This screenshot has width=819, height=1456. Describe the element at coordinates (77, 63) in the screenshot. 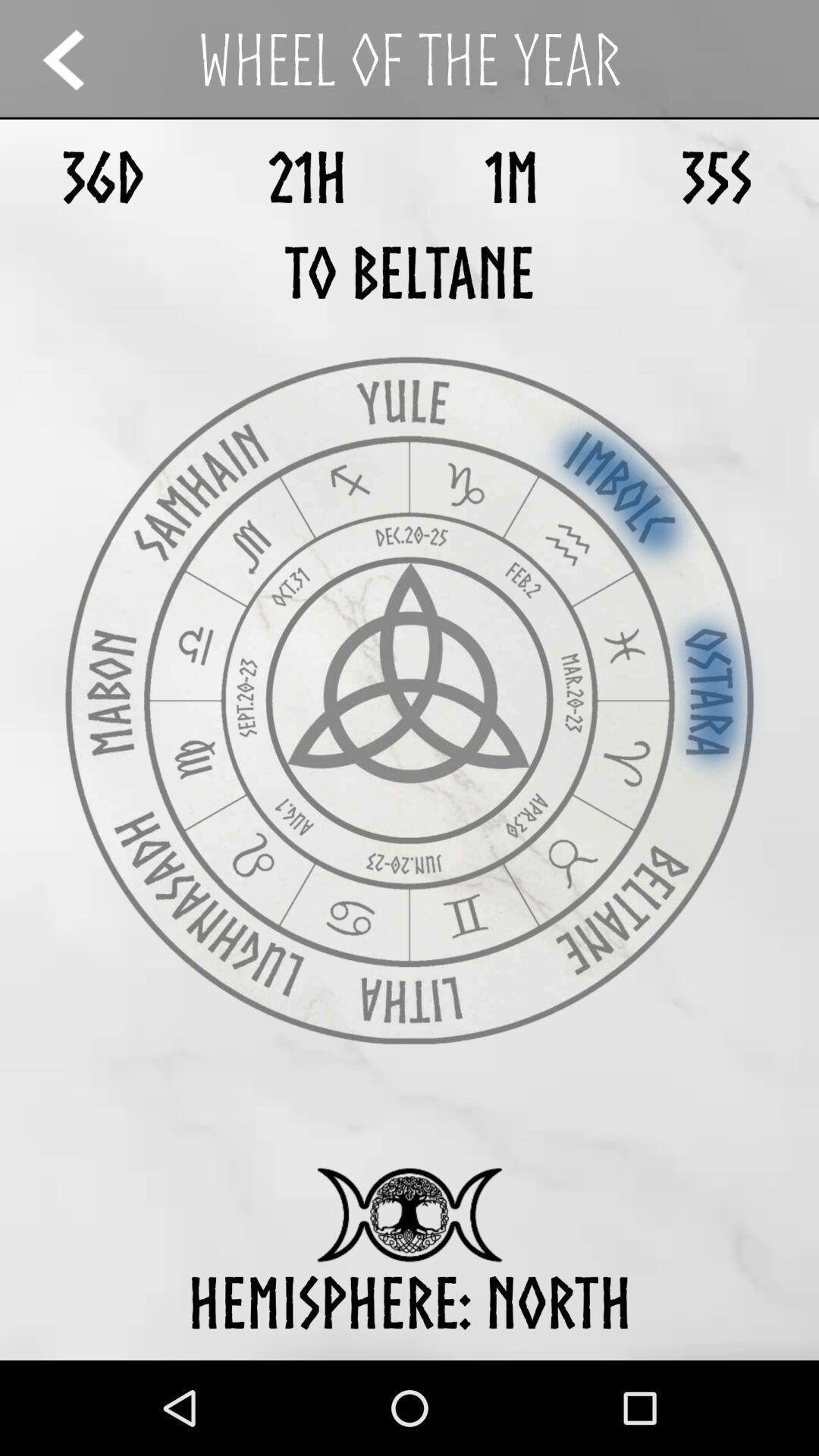

I see `the arrow_backward icon` at that location.